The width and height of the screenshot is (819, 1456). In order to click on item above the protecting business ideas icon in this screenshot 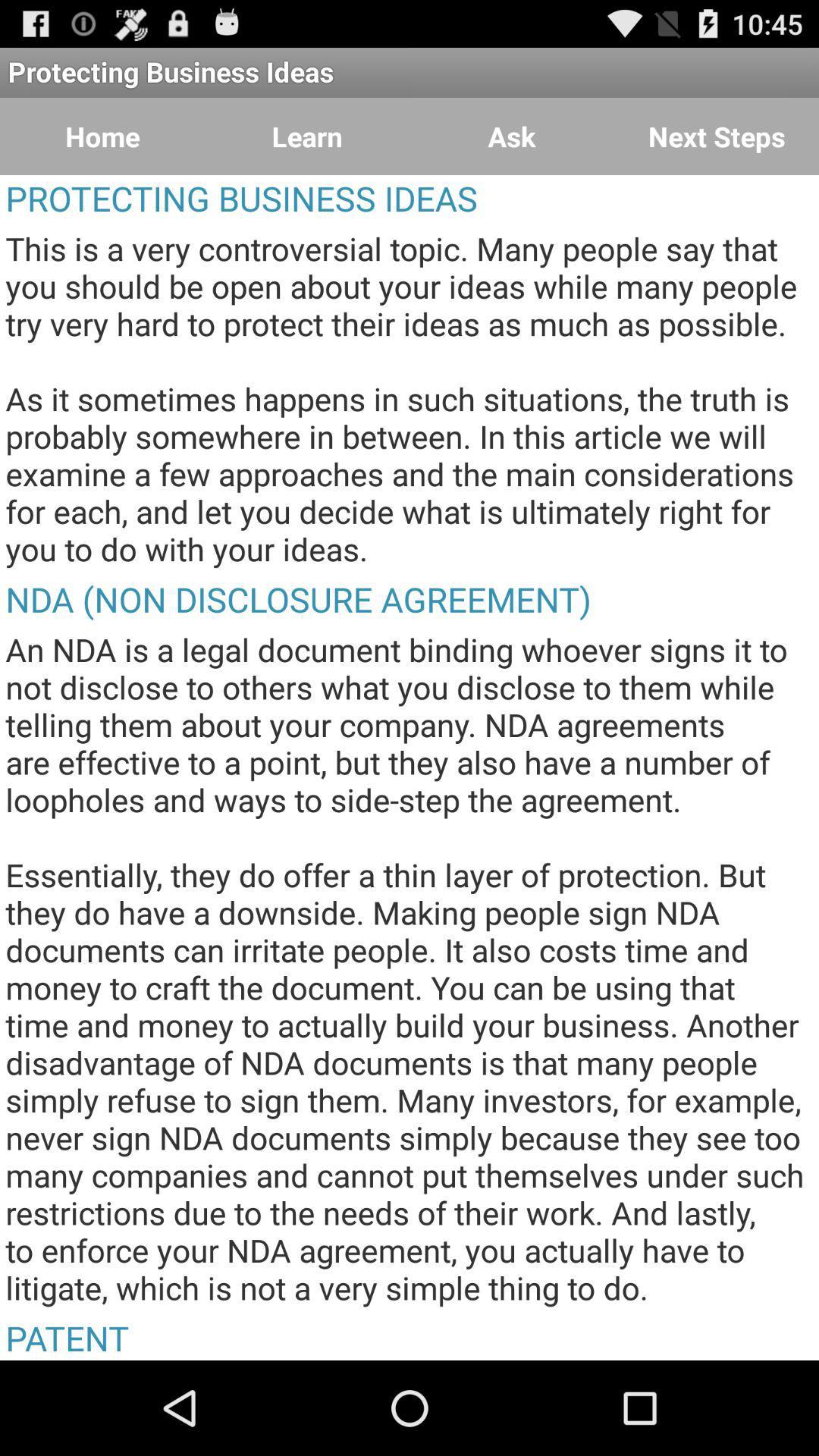, I will do `click(102, 136)`.